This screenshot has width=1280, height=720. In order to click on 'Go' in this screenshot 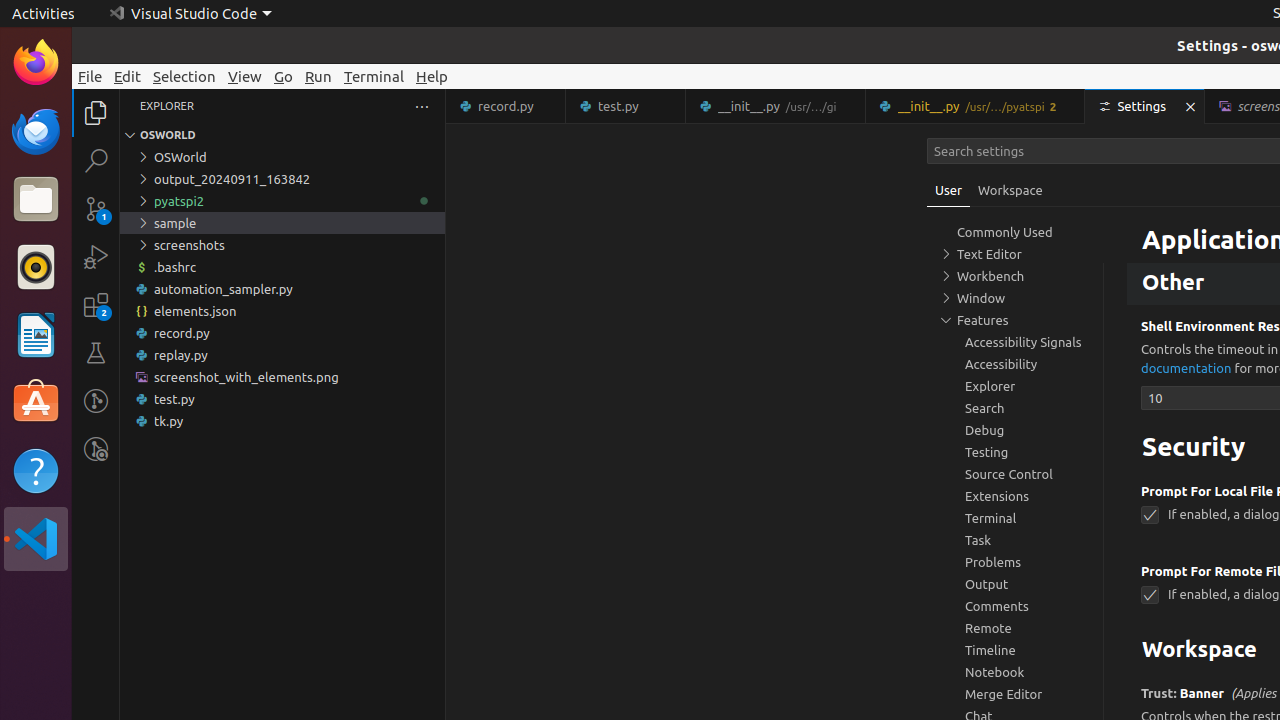, I will do `click(282, 75)`.